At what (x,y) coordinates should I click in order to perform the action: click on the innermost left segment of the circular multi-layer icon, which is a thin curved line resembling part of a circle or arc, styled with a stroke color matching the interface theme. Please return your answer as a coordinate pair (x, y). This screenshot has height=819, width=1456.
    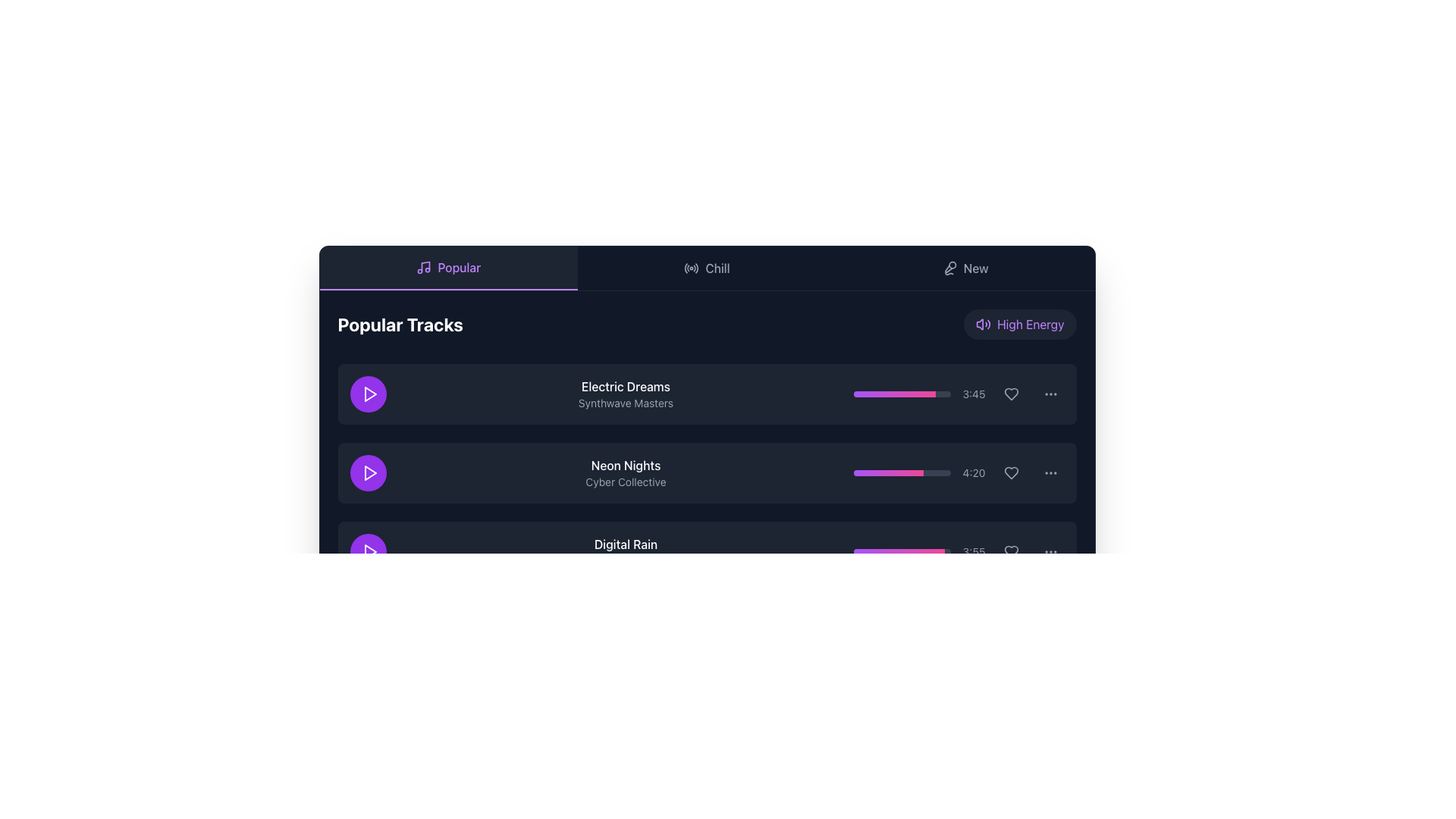
    Looking at the image, I should click on (686, 268).